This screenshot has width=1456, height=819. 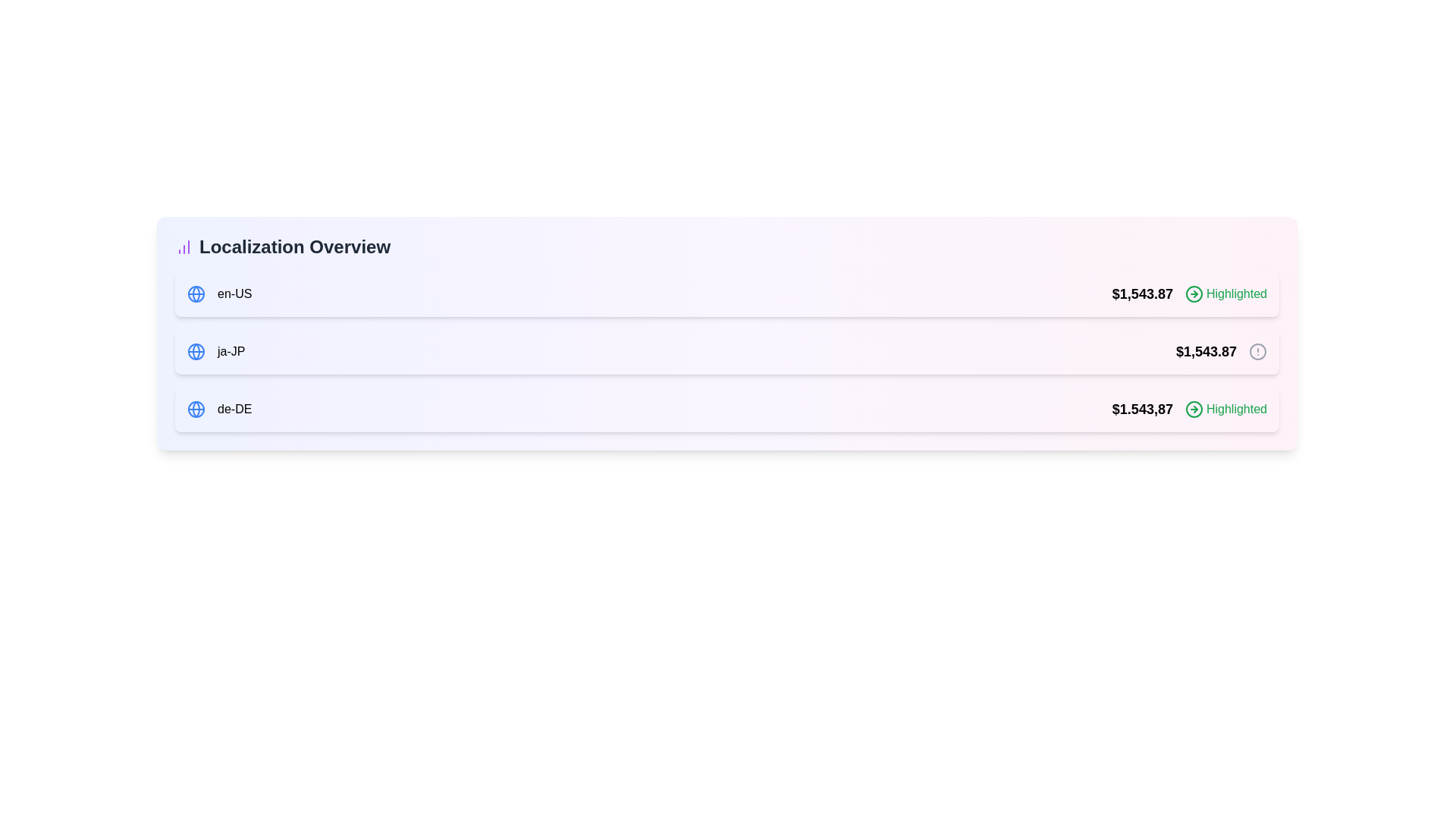 I want to click on the first item in the 'Localization Overview' list, which represents the 'en-US' locale and contains localization information, so click(x=726, y=294).